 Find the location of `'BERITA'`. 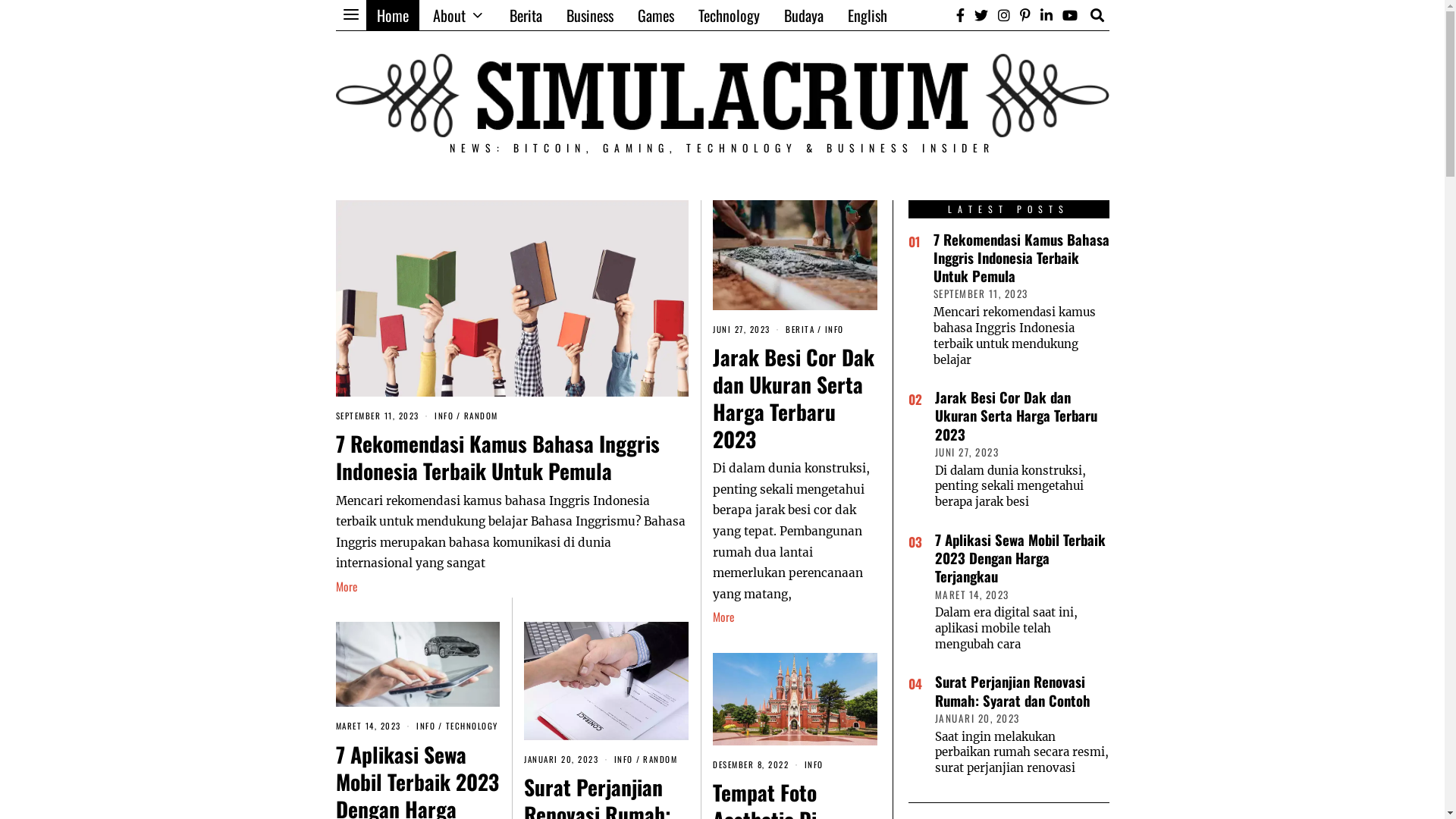

'BERITA' is located at coordinates (799, 328).